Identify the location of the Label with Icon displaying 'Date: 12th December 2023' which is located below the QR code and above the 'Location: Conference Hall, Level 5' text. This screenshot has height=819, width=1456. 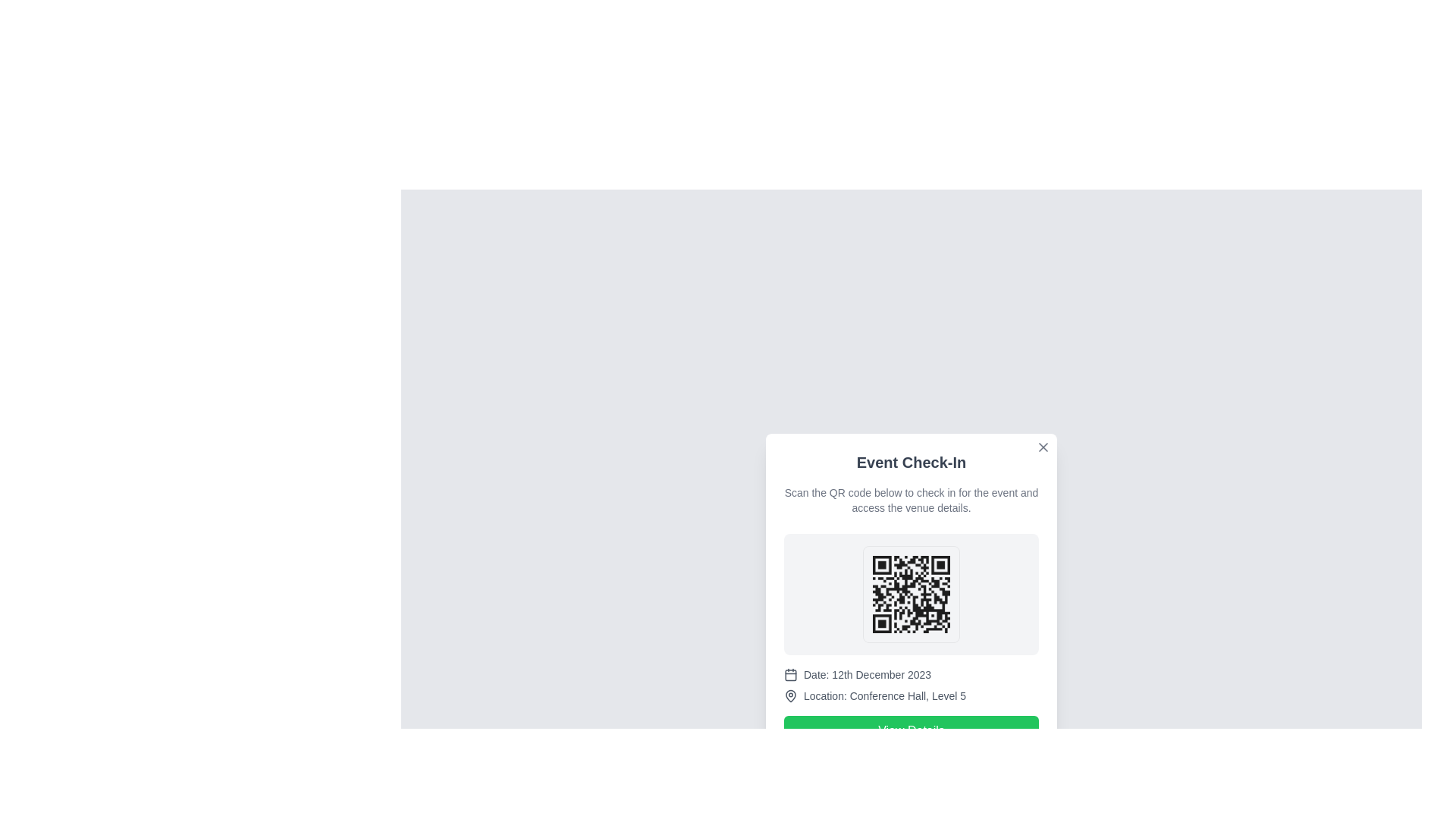
(910, 674).